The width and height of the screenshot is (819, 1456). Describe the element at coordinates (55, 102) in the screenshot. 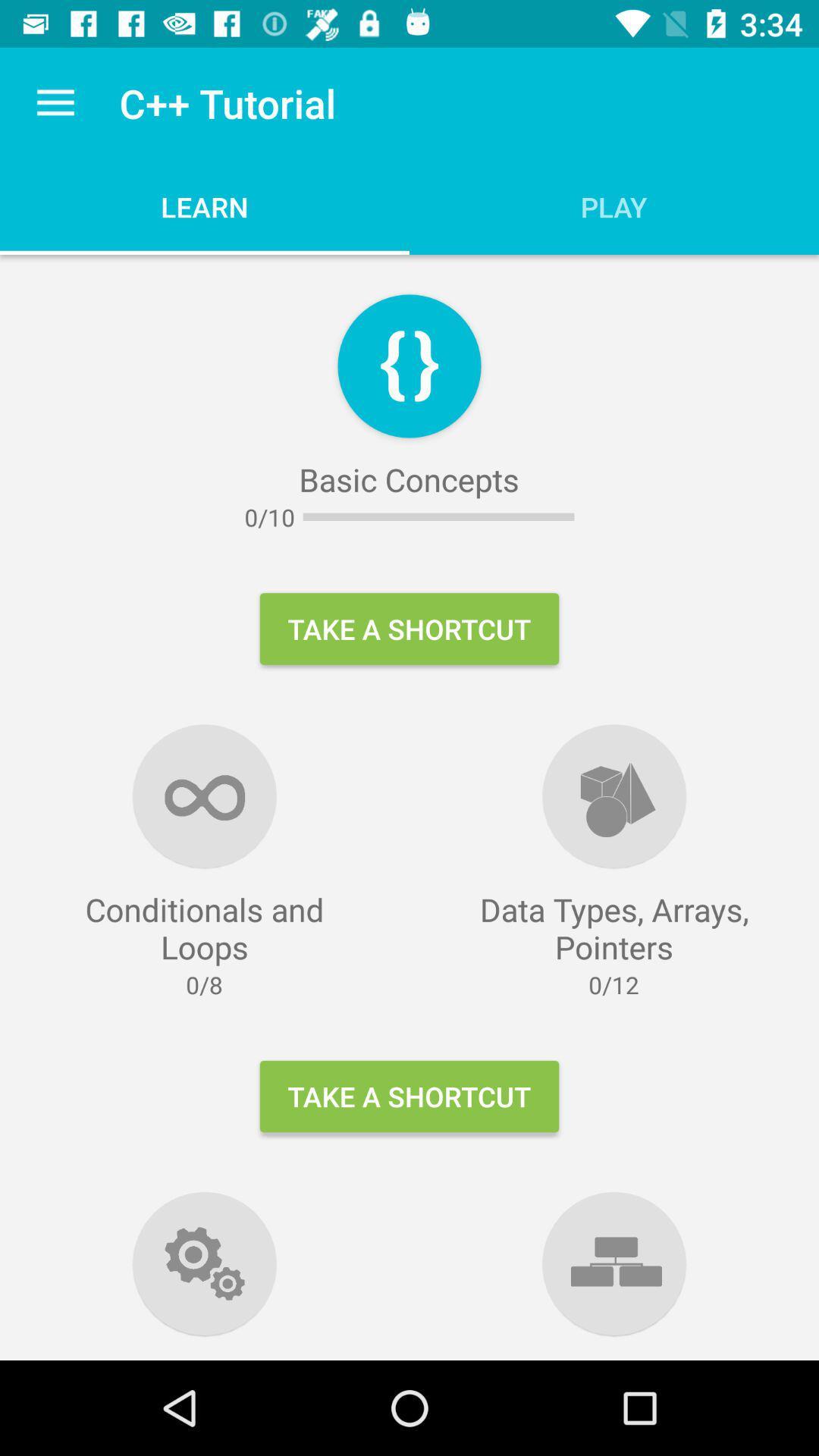

I see `the icon to the left of the c++ tutorial` at that location.